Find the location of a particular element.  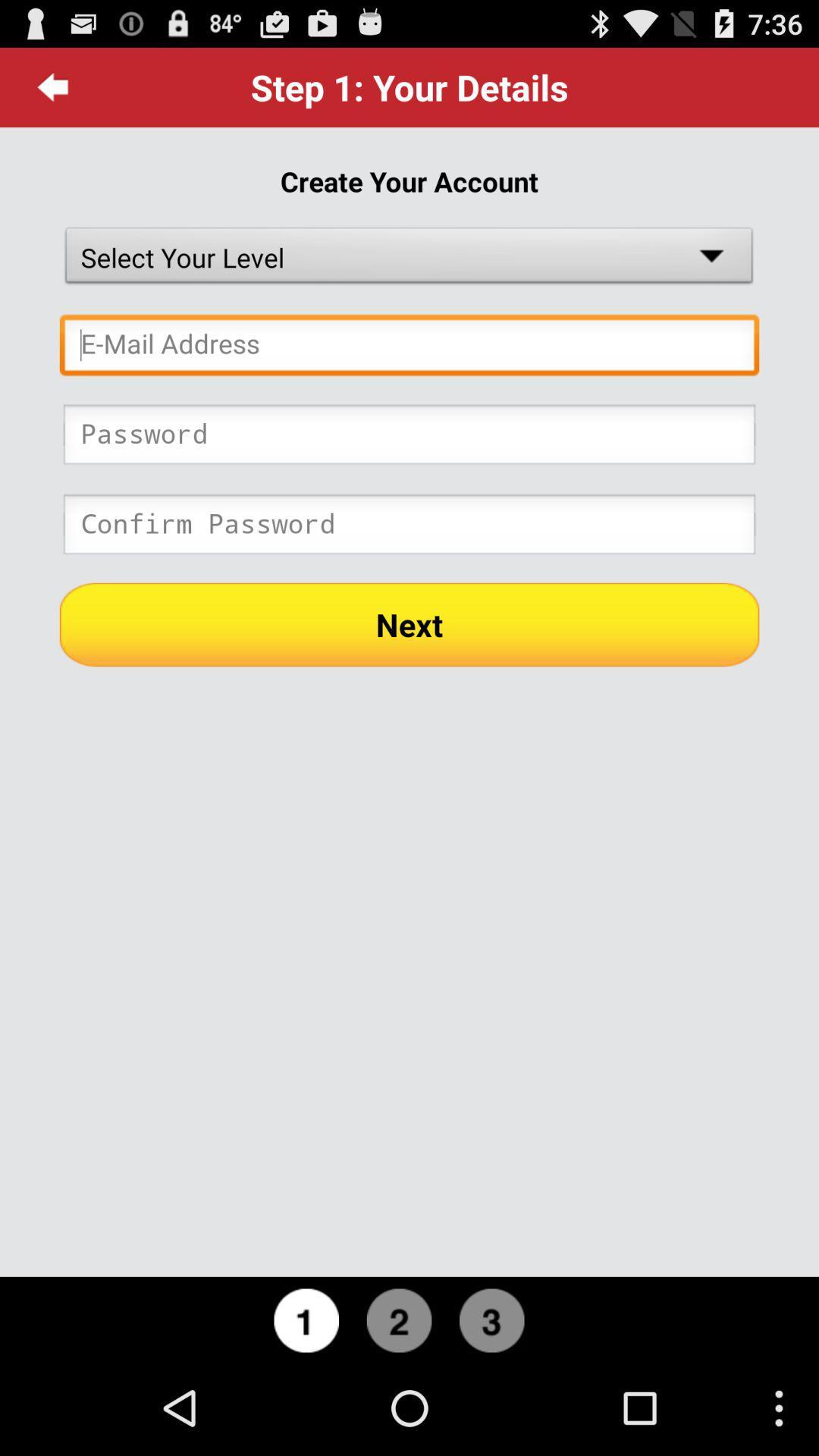

the arrow_backward icon is located at coordinates (52, 93).